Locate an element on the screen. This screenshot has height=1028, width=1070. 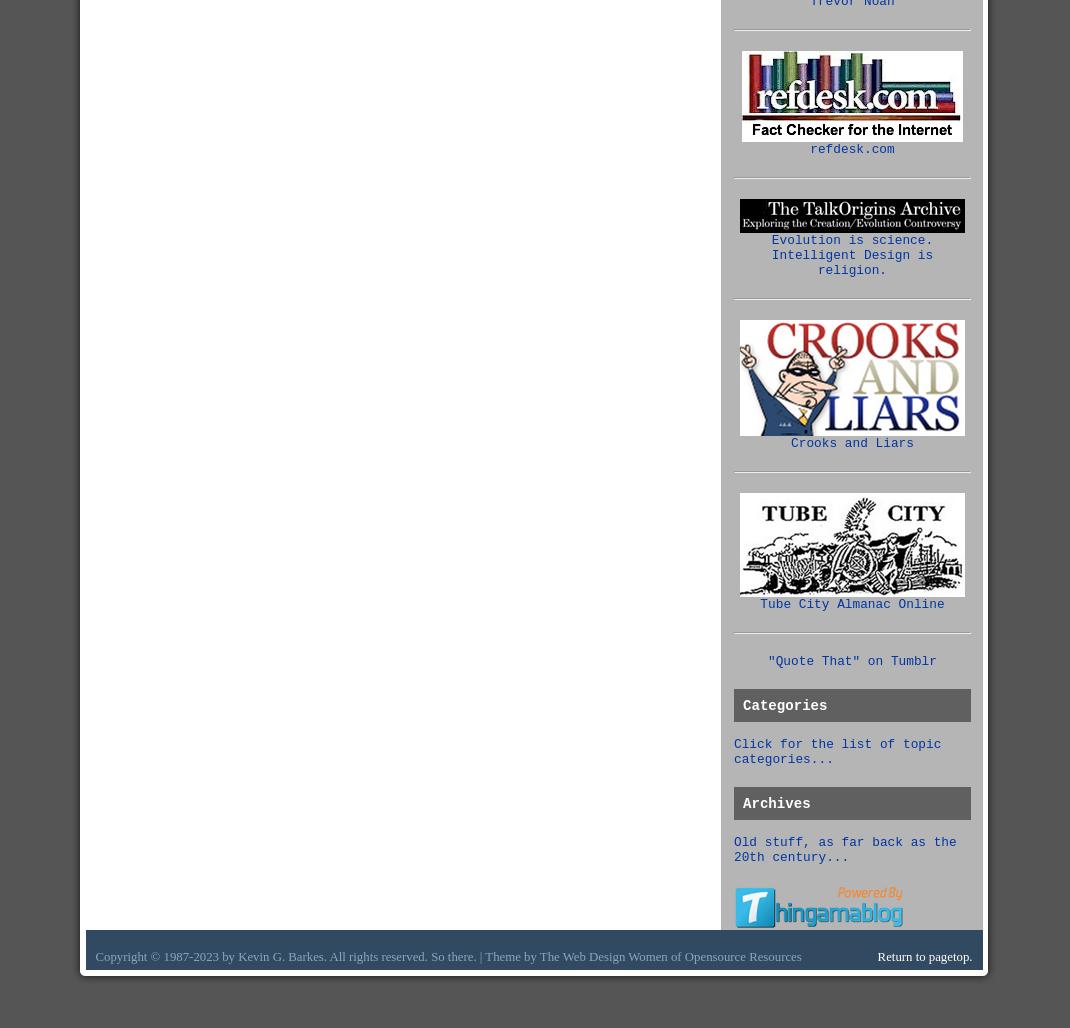
'Return to pagetop.' is located at coordinates (876, 956).